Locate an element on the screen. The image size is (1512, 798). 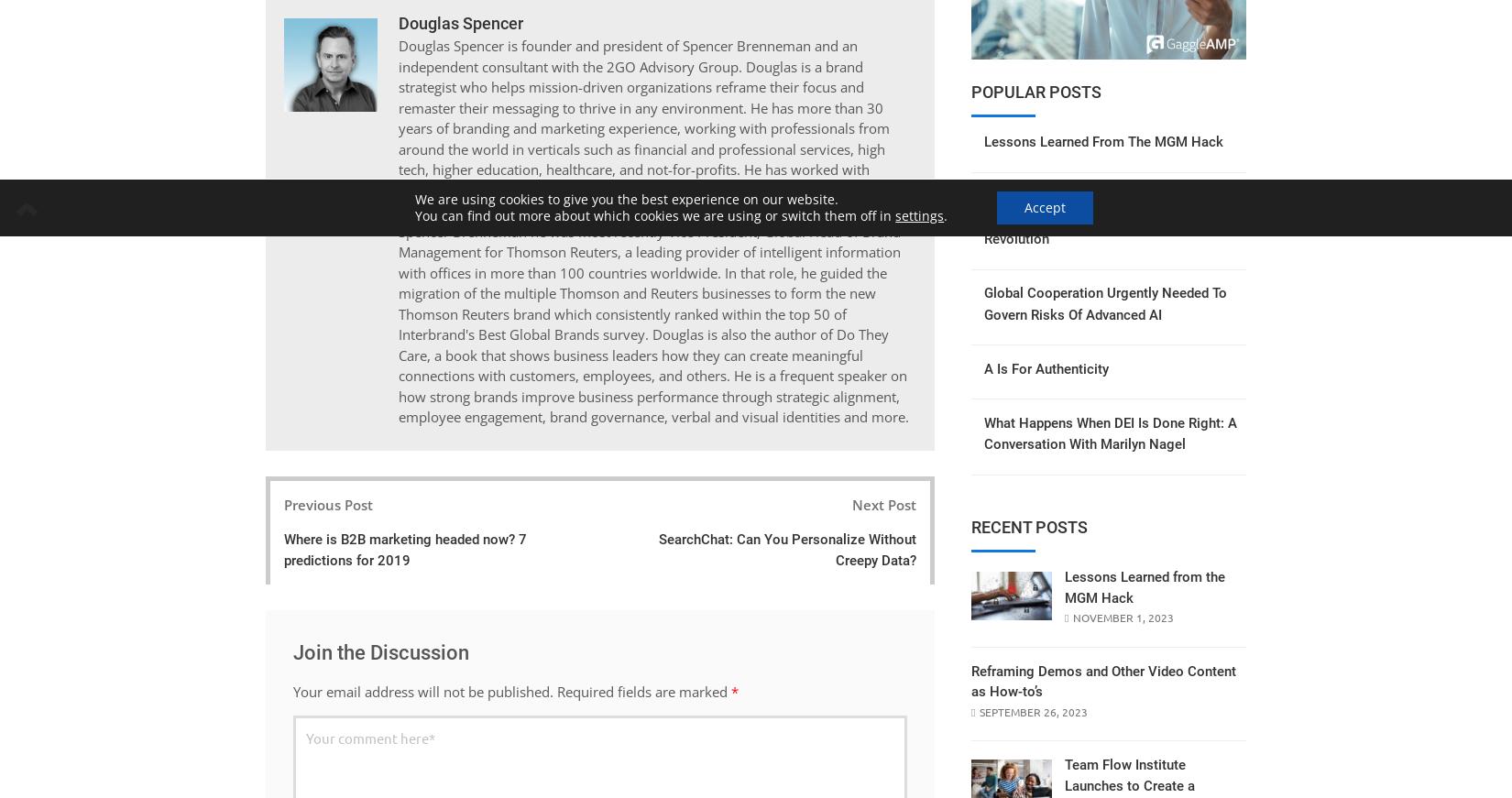
'Required fields are marked' is located at coordinates (643, 691).